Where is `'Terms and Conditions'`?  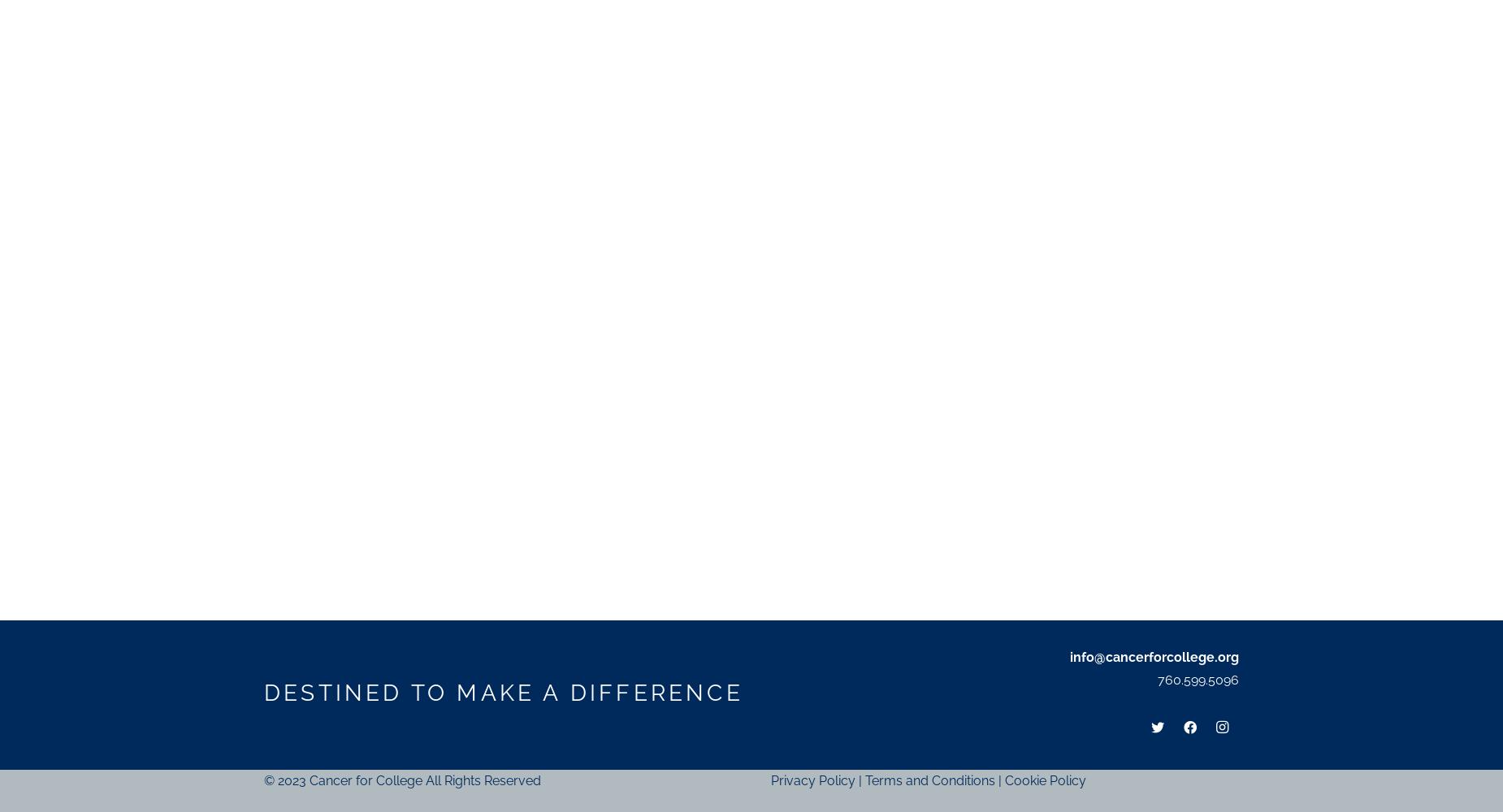 'Terms and Conditions' is located at coordinates (929, 780).